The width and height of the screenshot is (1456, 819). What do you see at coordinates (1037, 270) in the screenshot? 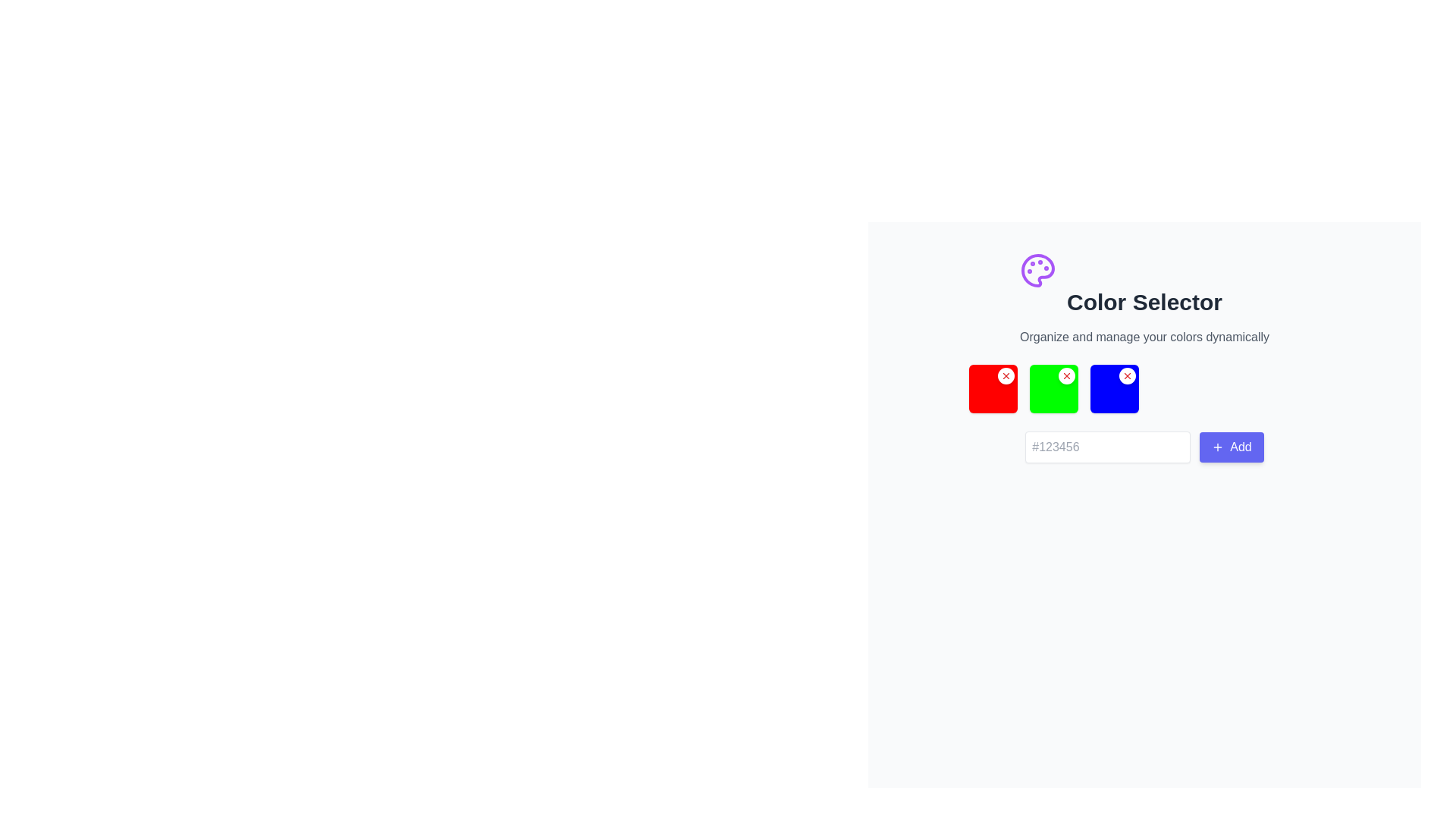
I see `the 'Color Selector' icon, which is the topmost feature of the 'Color Selector' group, indicating its focus on color management` at bounding box center [1037, 270].